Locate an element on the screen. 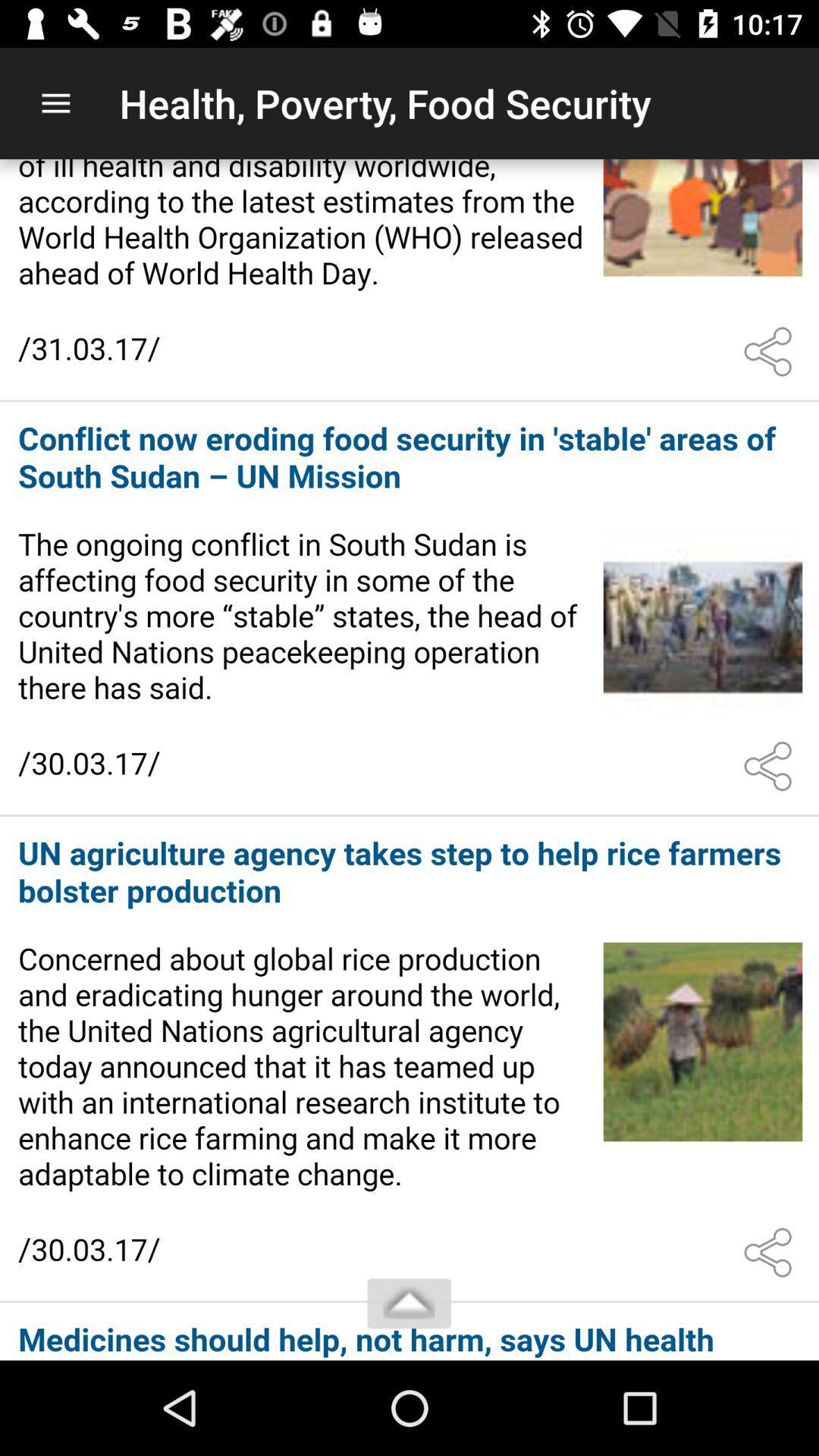 The image size is (819, 1456). news sharing symbol is located at coordinates (771, 351).